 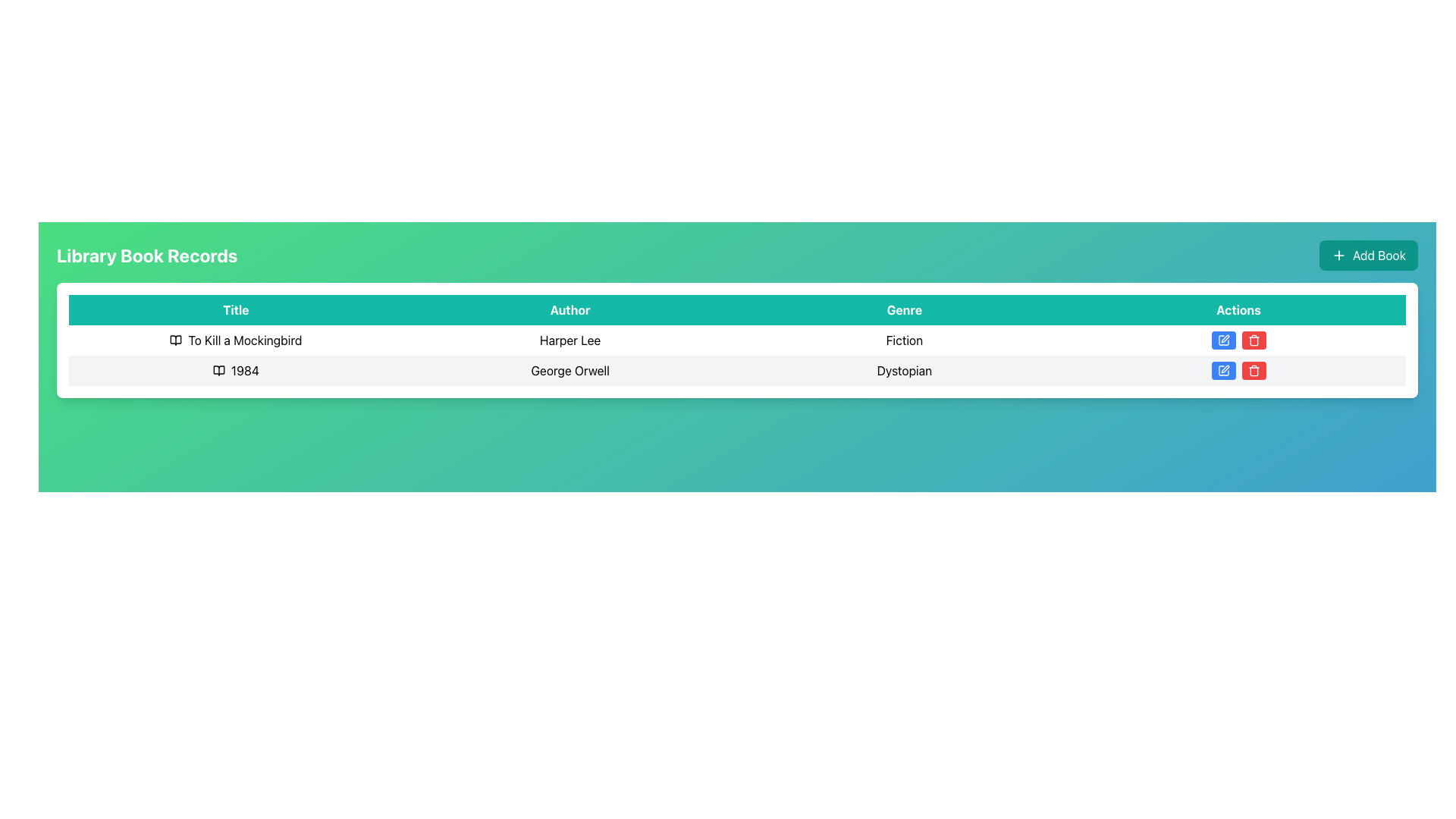 What do you see at coordinates (1368, 254) in the screenshot?
I see `the 'Add New Book' button located on the far right side of the header section, aligned with the title 'Library Book Records'` at bounding box center [1368, 254].